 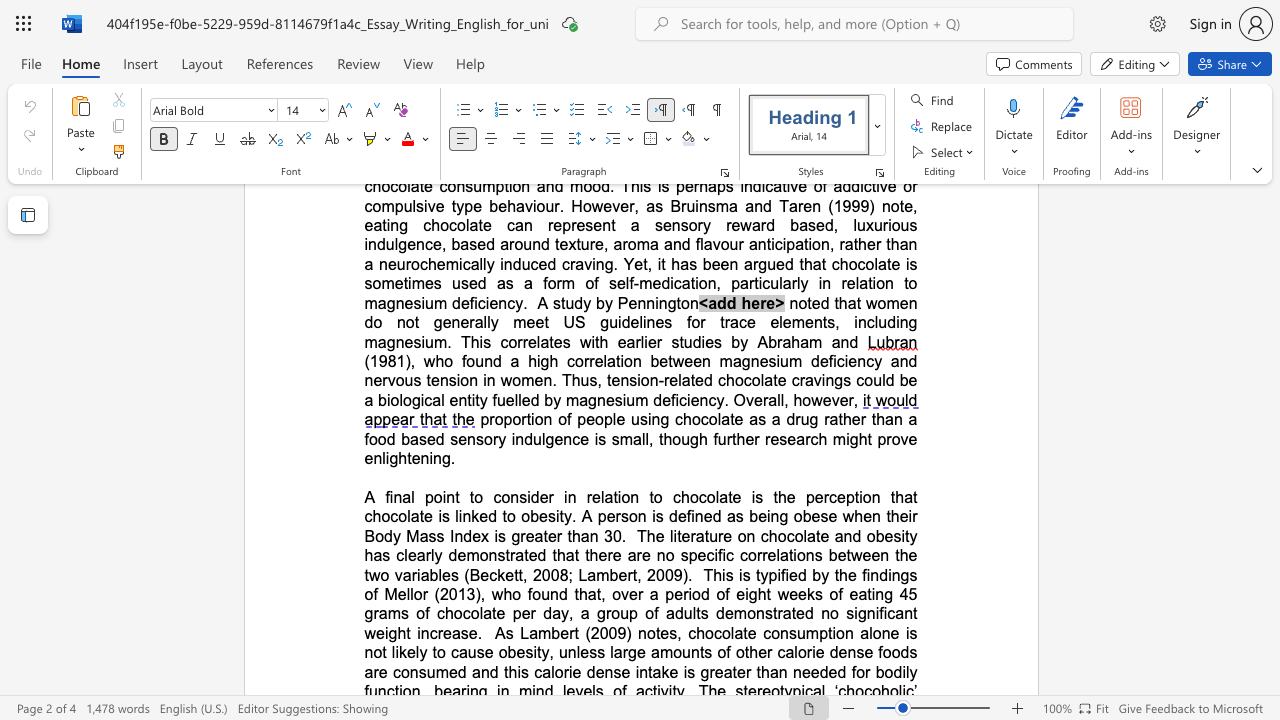 I want to click on the subset text "crea" within the text "no significant weight increase", so click(x=428, y=633).